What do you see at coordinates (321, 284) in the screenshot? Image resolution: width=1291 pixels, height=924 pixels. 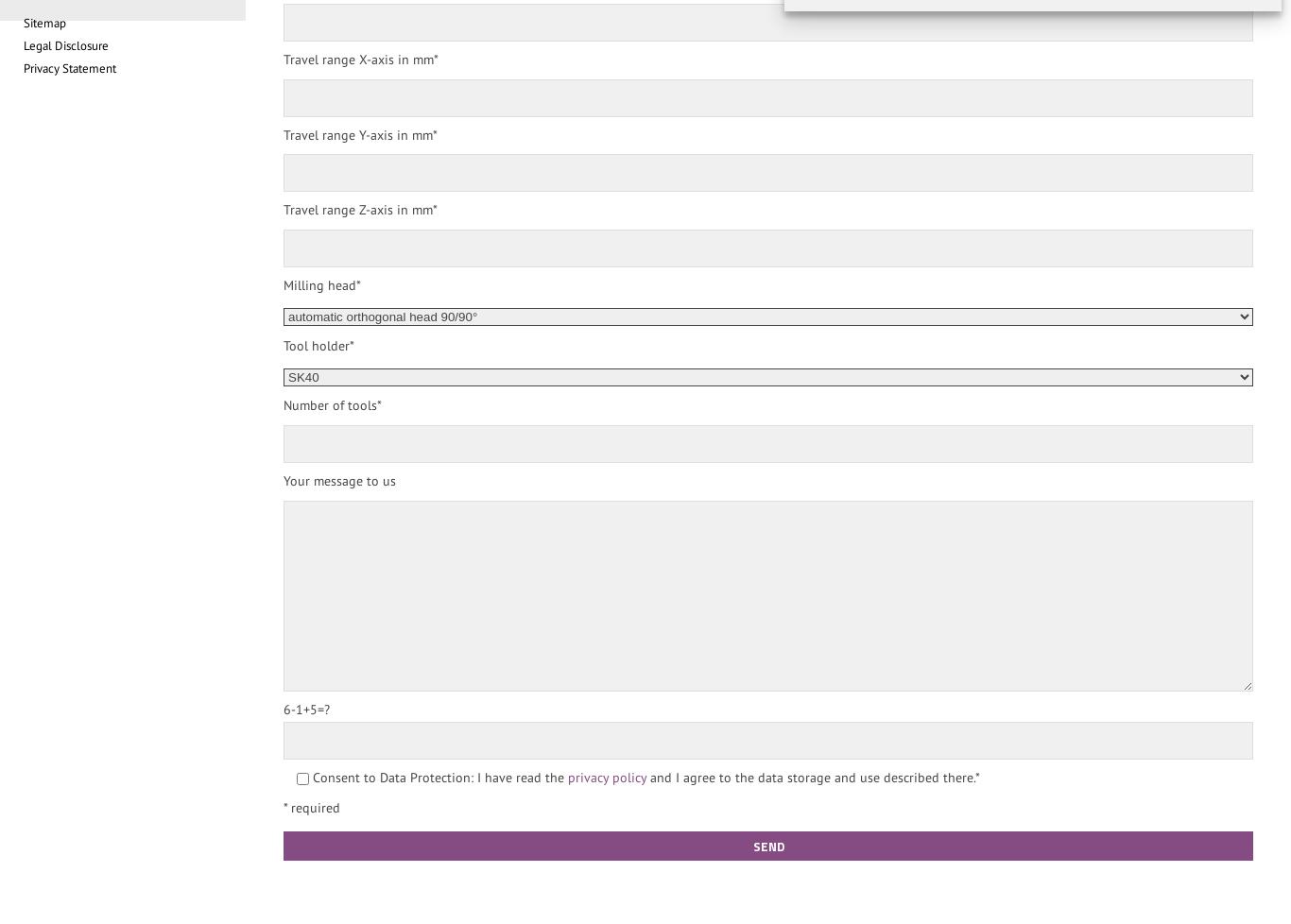 I see `'Milling head*'` at bounding box center [321, 284].